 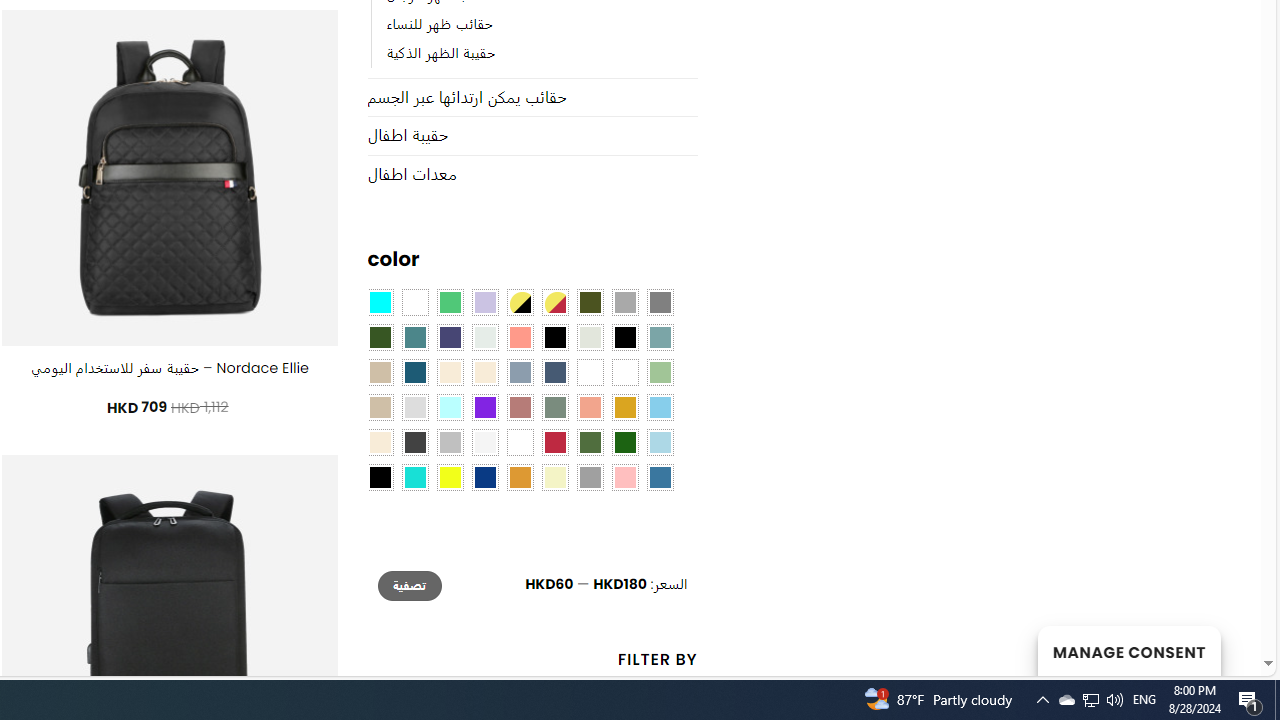 I want to click on 'Cream', so click(x=485, y=372).